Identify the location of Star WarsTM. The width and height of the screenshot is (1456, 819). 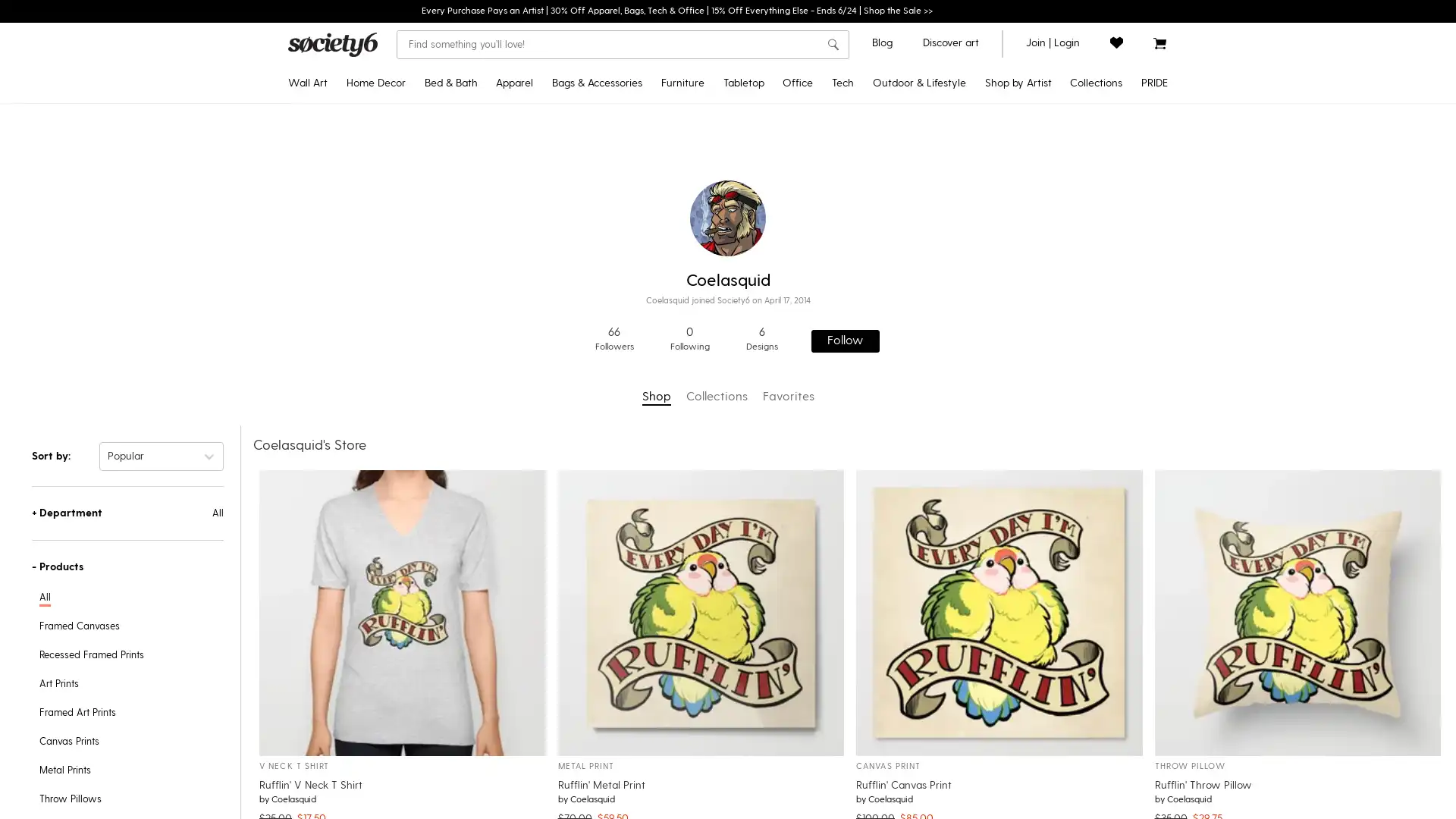
(977, 146).